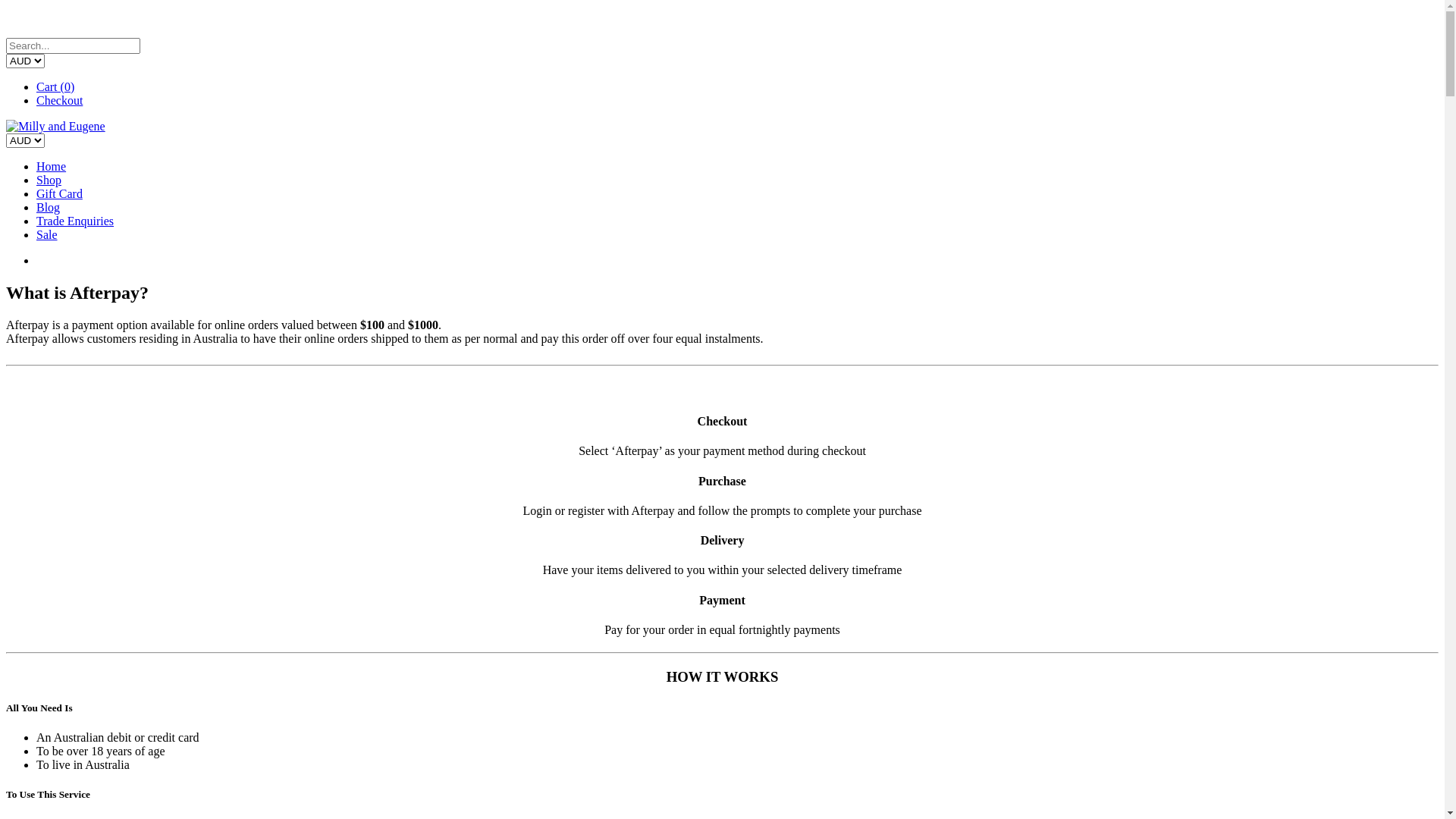  Describe the element at coordinates (49, 179) in the screenshot. I see `'Shop'` at that location.